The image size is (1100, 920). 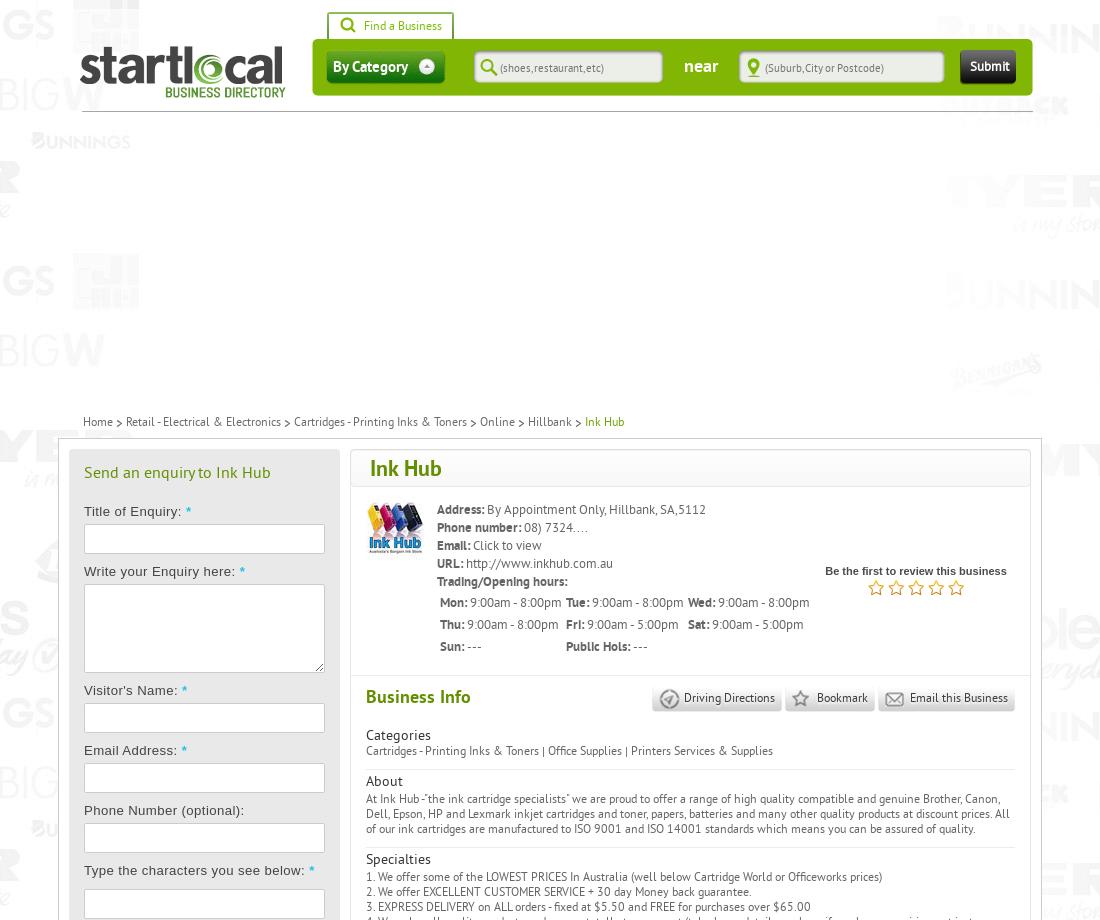 What do you see at coordinates (667, 509) in the screenshot?
I see `'SA'` at bounding box center [667, 509].